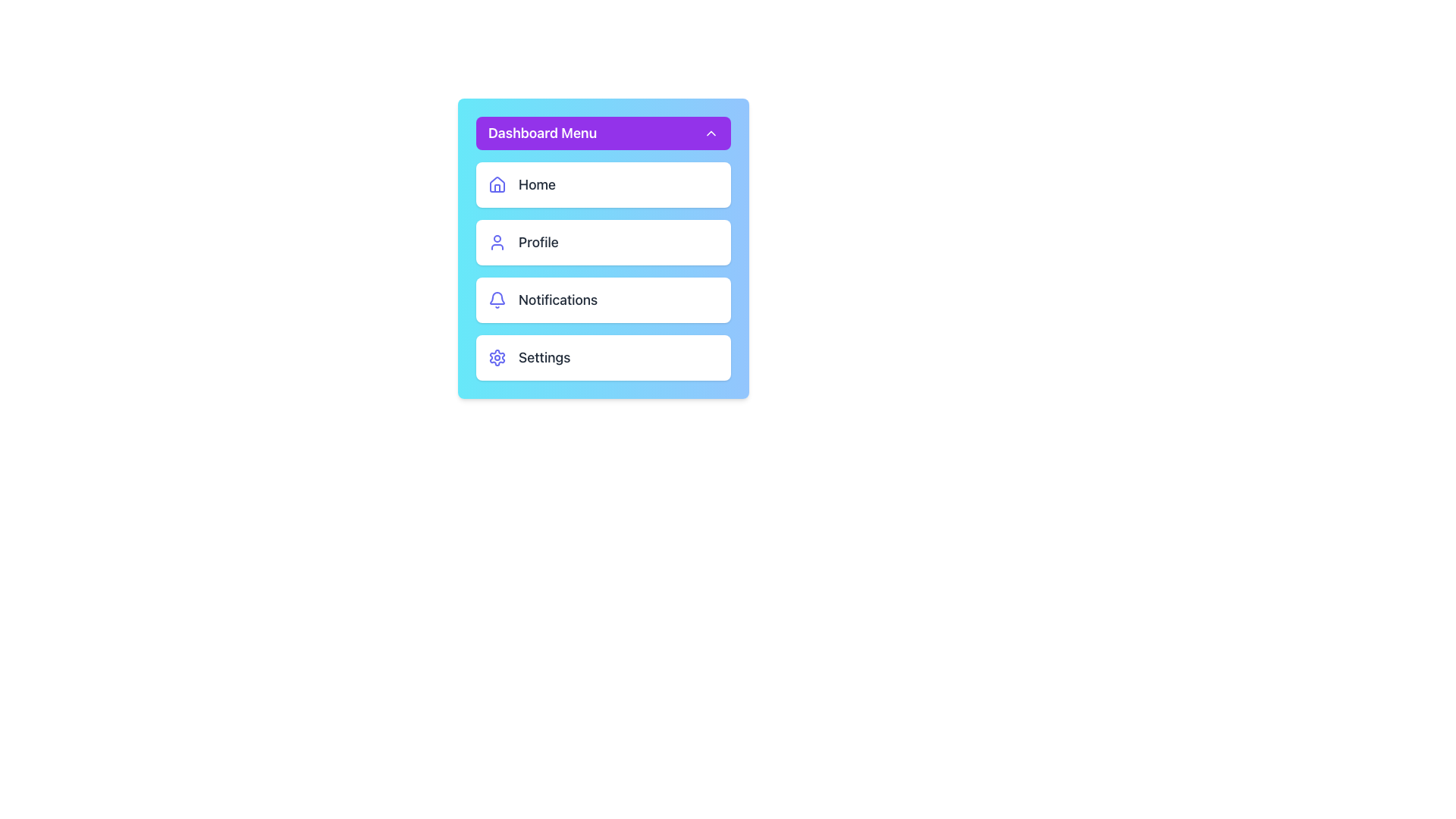 This screenshot has width=1456, height=819. I want to click on the 'Home' menu icon located to the left of the text 'Home' within the 'Dashboard Menu', so click(497, 184).